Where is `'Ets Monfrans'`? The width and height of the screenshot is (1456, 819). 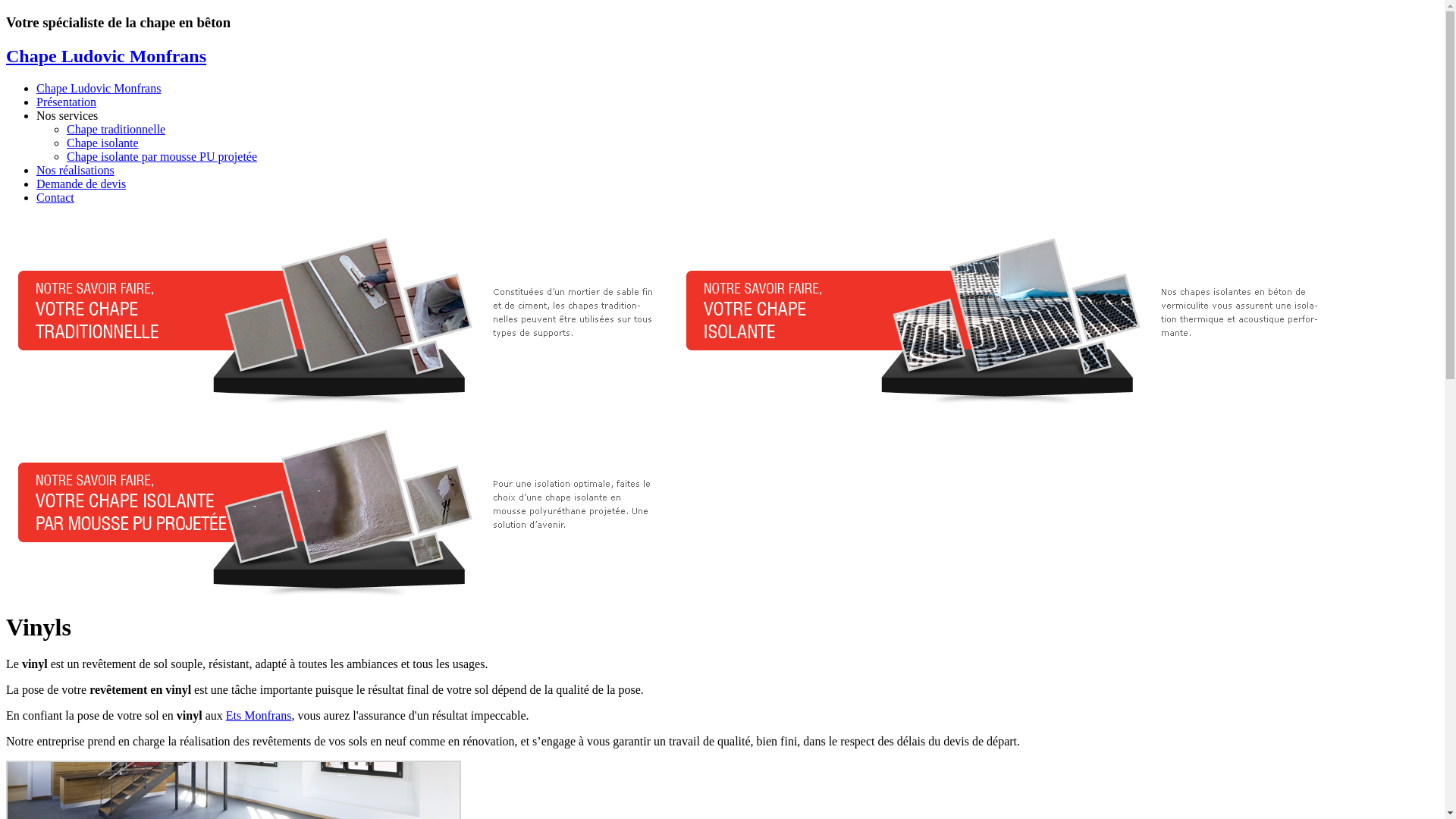
'Ets Monfrans' is located at coordinates (259, 715).